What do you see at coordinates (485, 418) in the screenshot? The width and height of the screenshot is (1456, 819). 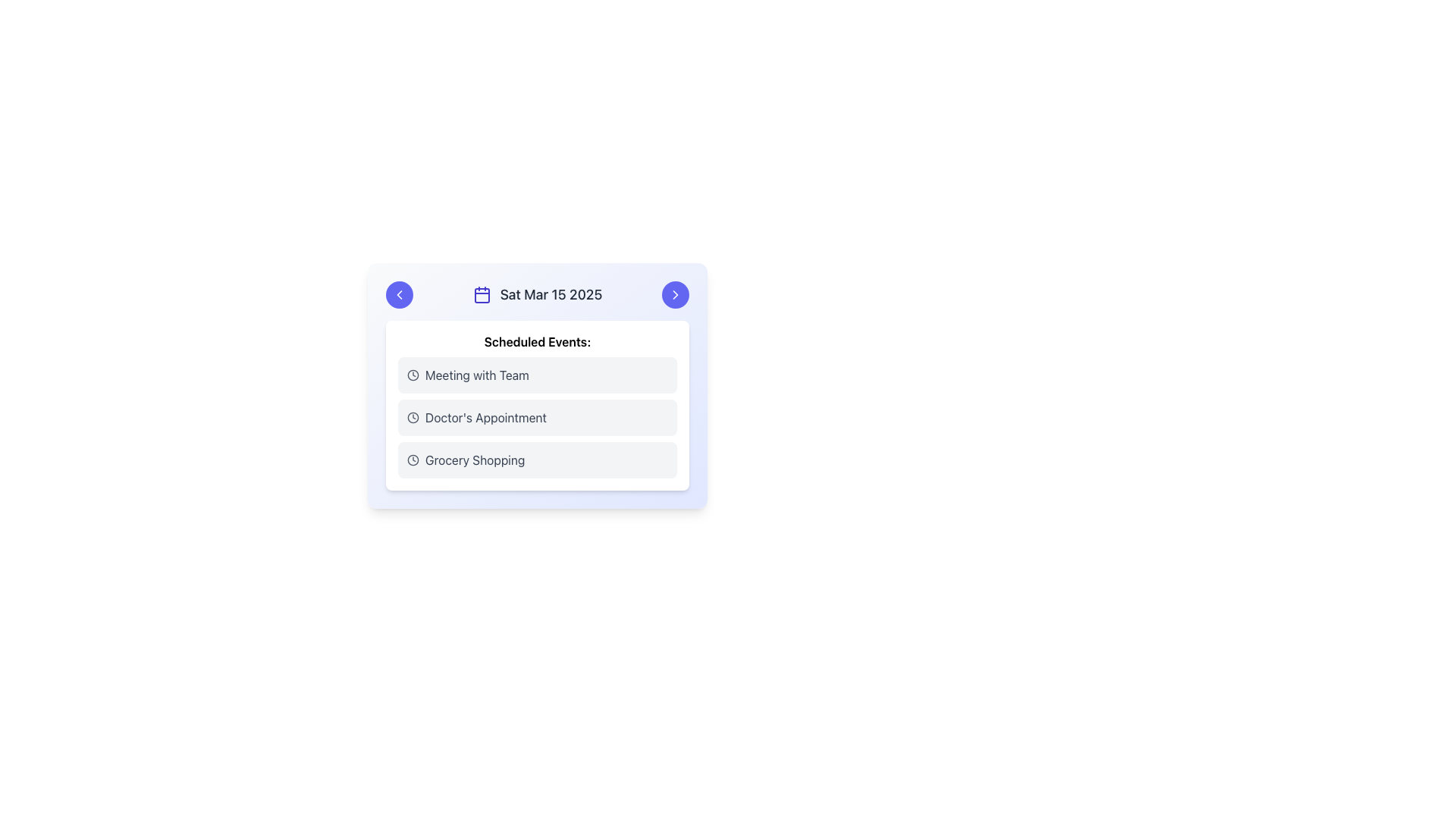 I see `the text label displaying "Doctor's Appointment" which is part of the scheduled events list and has a gray background` at bounding box center [485, 418].